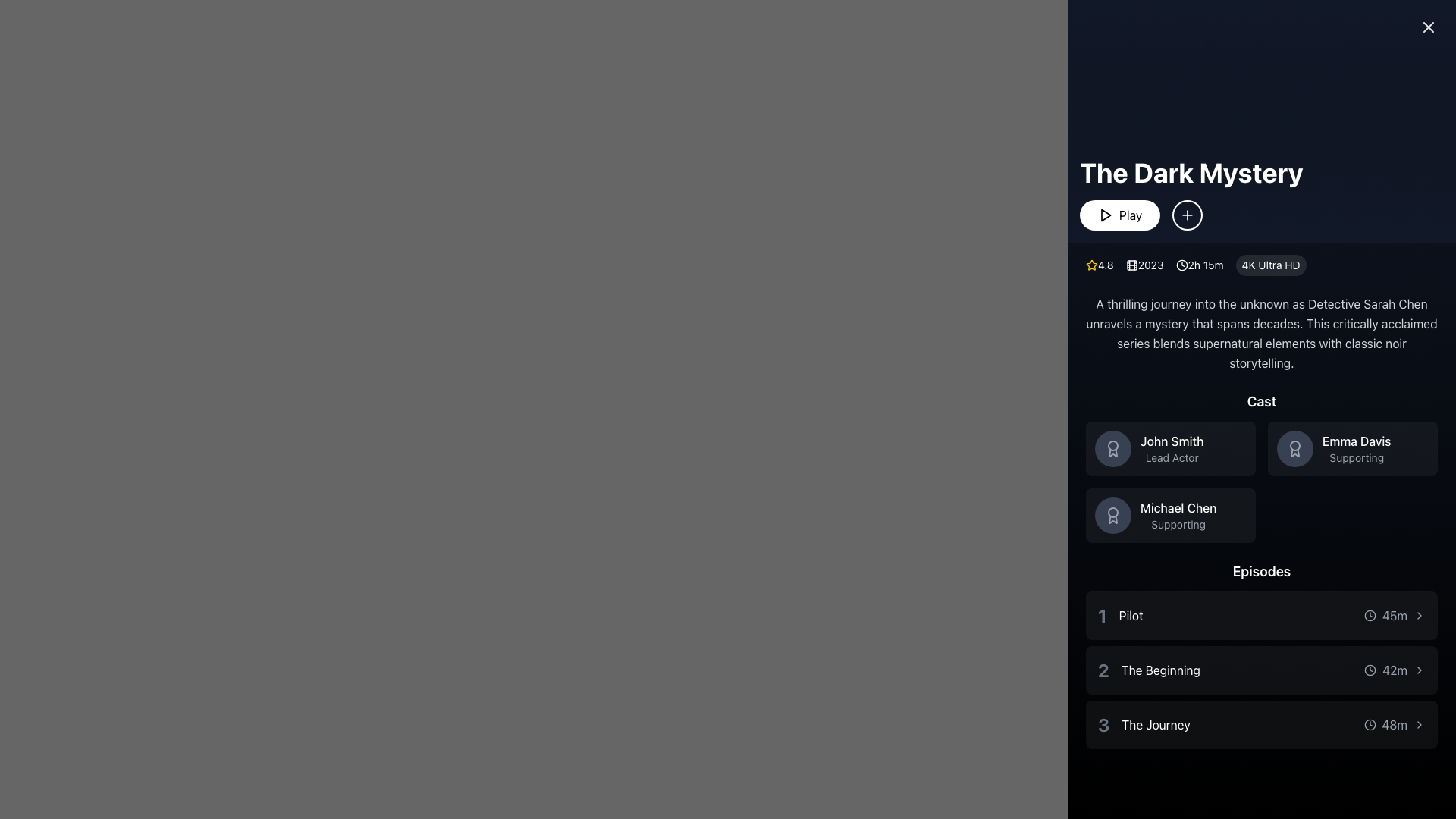 This screenshot has width=1456, height=819. What do you see at coordinates (1370, 669) in the screenshot?
I see `the clock icon located in the 'Episodes' section, positioned to the left of the duration text ('42m') for the episode titled 'The Beginning'` at bounding box center [1370, 669].